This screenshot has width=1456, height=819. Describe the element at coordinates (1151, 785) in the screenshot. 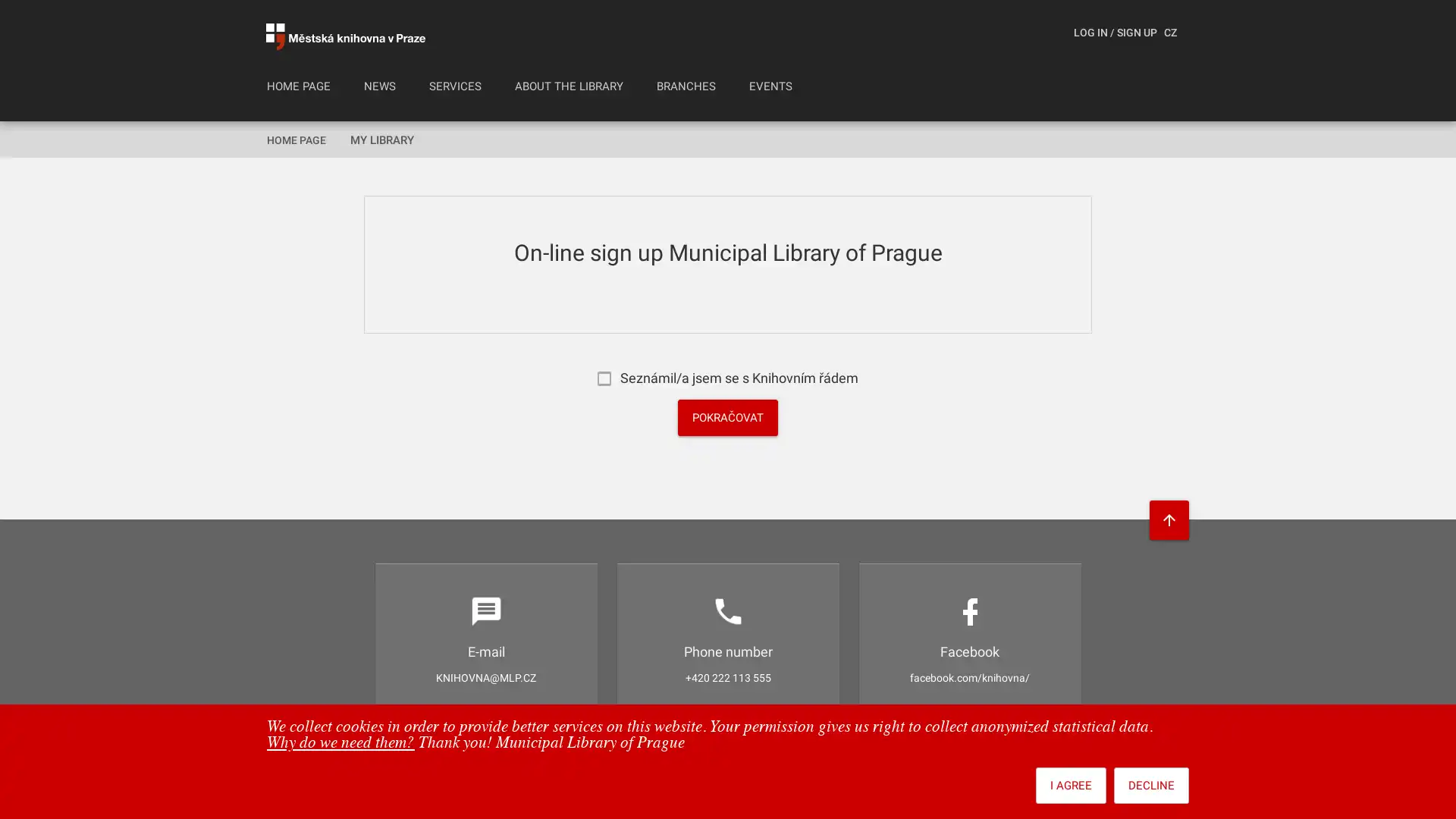

I see `DECLINE` at that location.